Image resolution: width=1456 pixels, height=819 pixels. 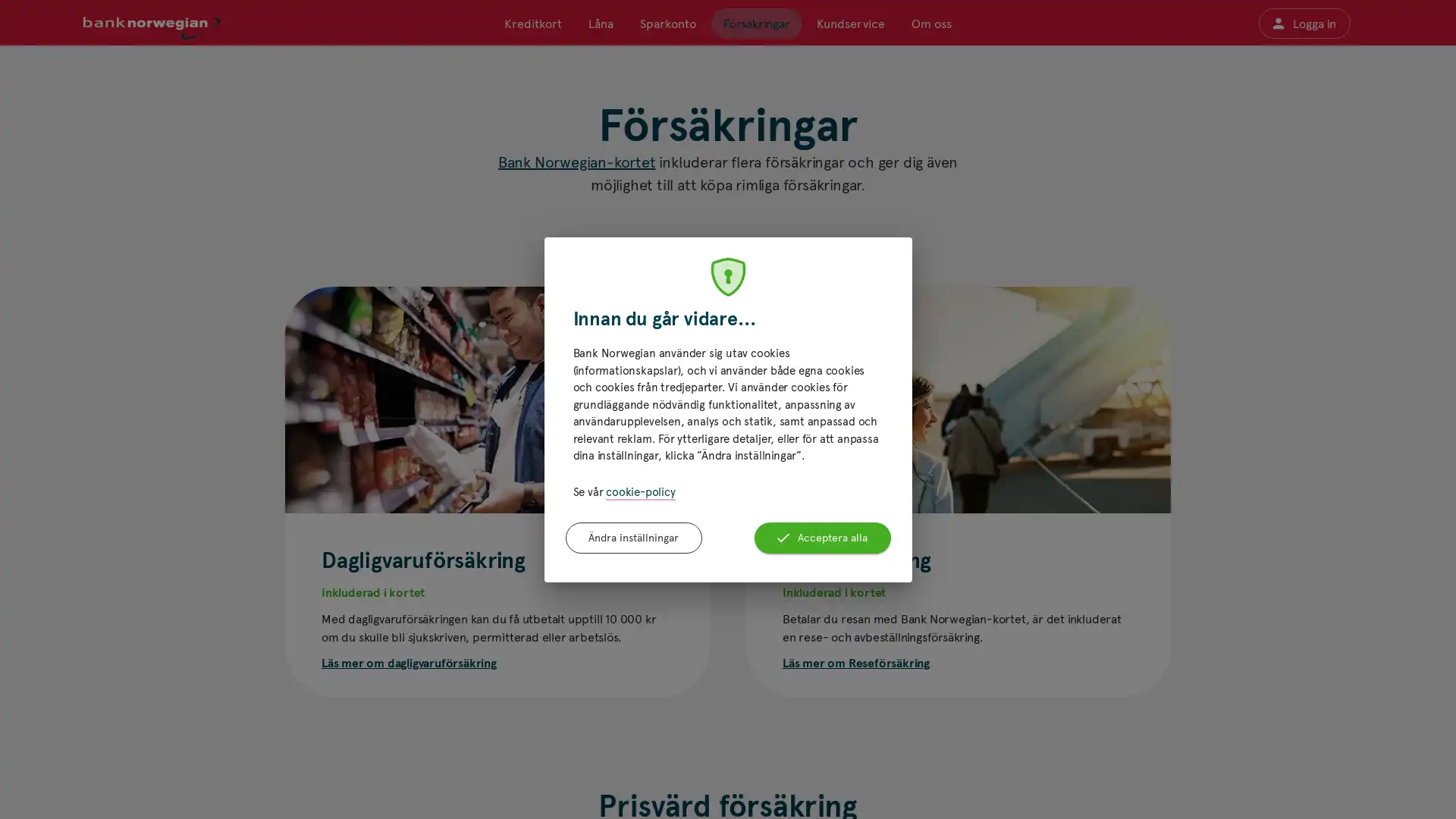 I want to click on Om oss, so click(x=930, y=23).